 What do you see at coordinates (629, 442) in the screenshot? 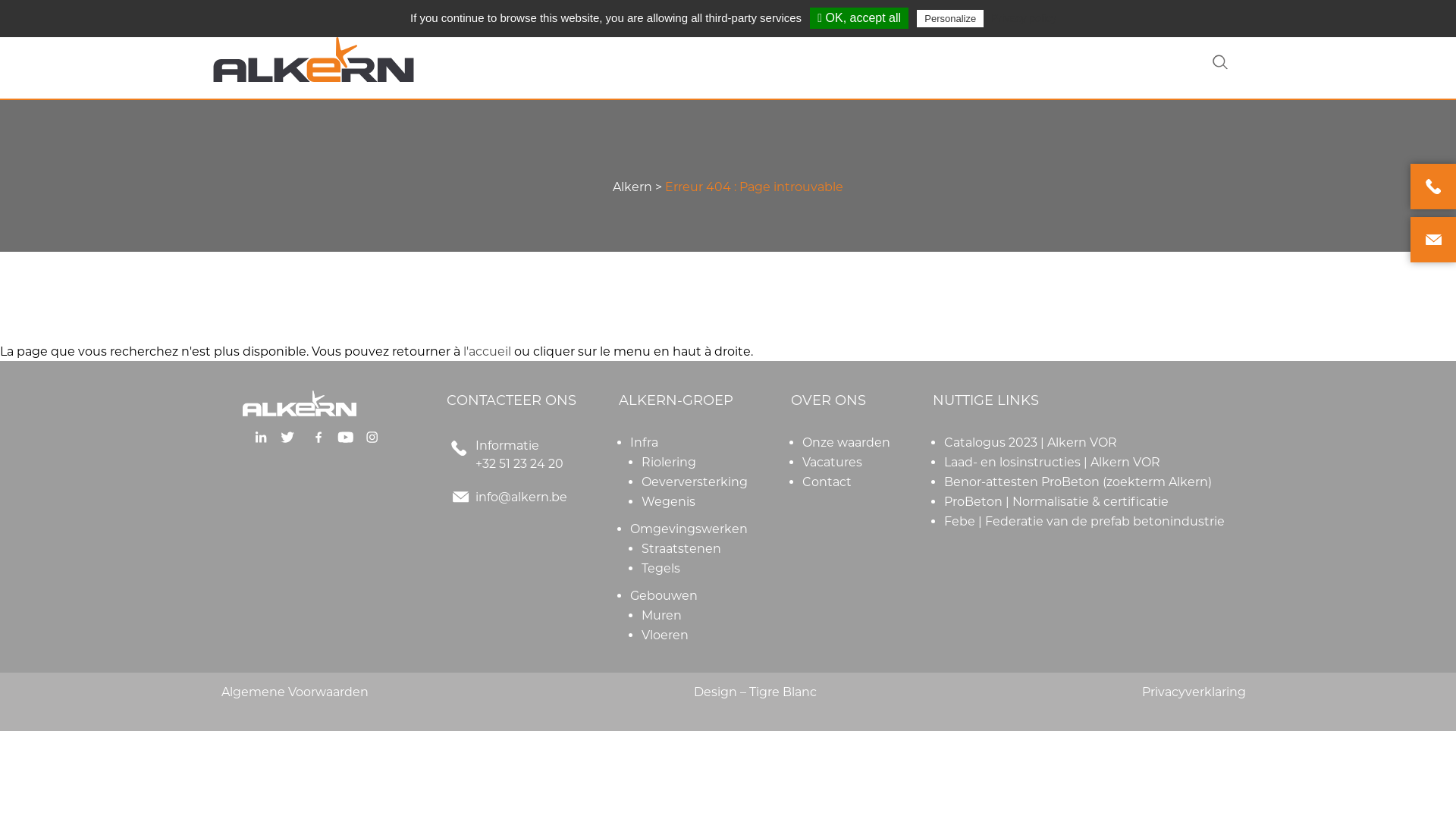
I see `'Infra'` at bounding box center [629, 442].